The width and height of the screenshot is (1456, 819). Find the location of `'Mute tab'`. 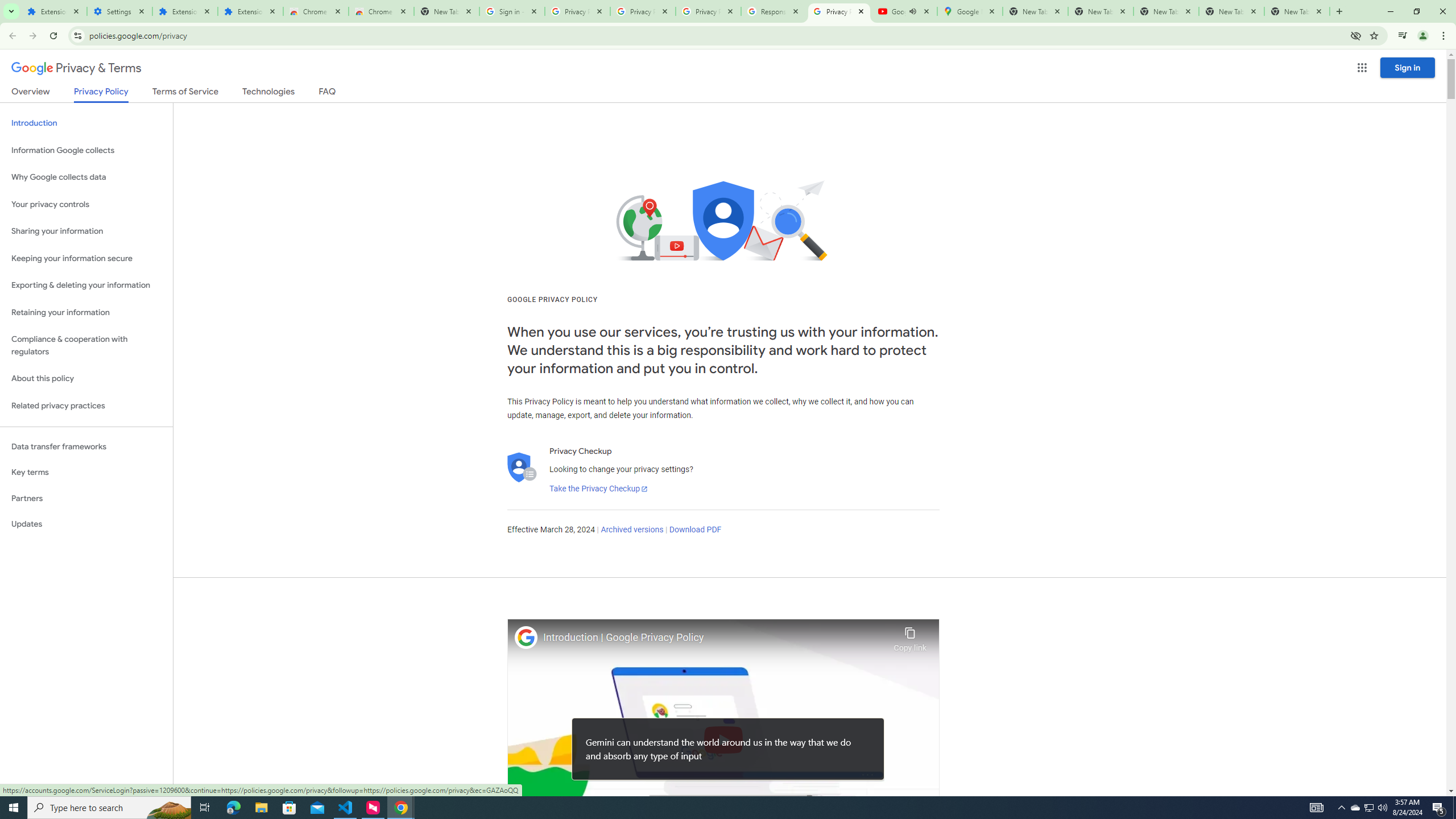

'Mute tab' is located at coordinates (913, 11).